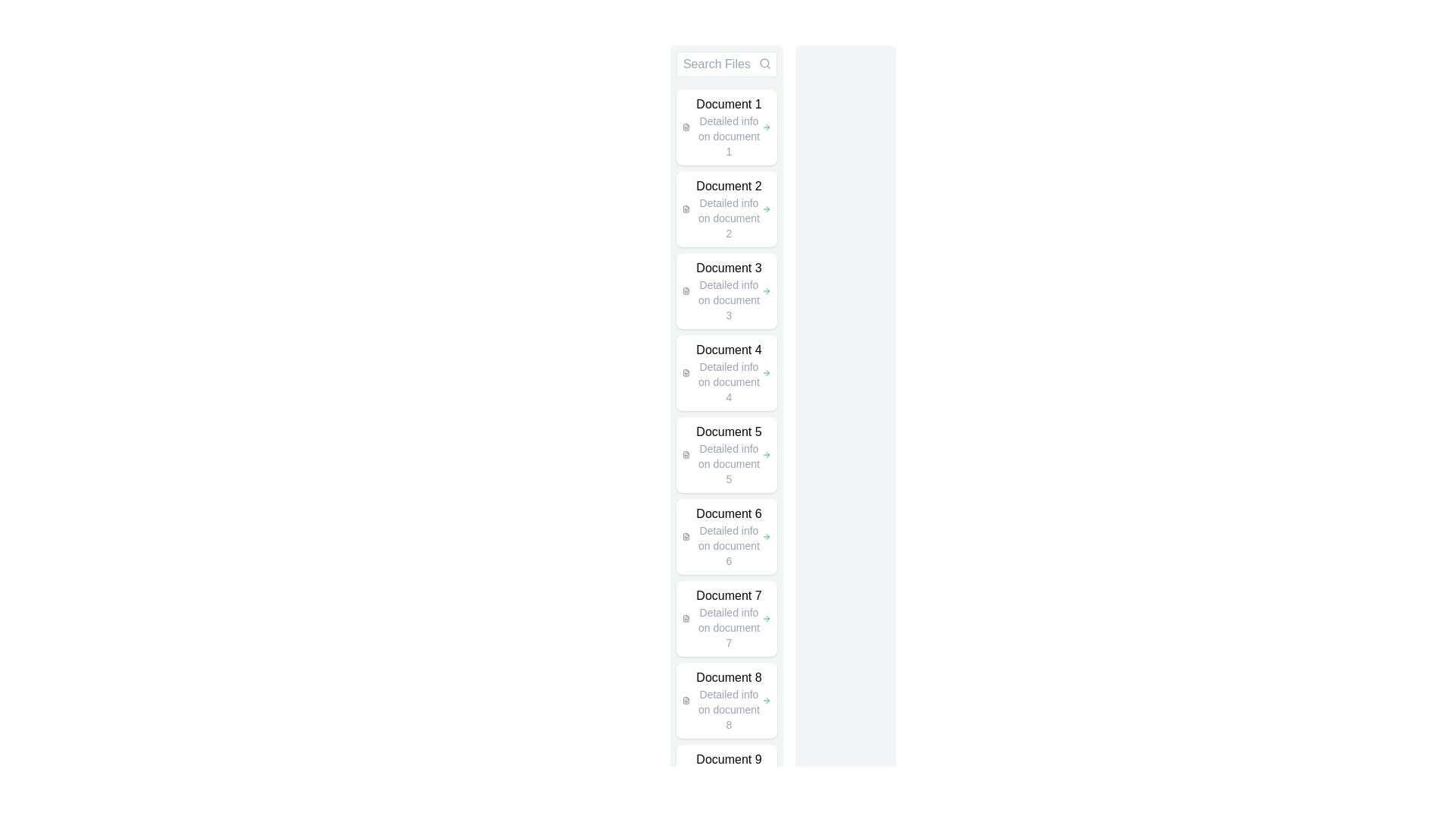 Image resolution: width=1456 pixels, height=819 pixels. What do you see at coordinates (729, 536) in the screenshot?
I see `the Text Label displaying 'Document 6' with detailed info on document 6, which is the sixth item in a vertical list of cards` at bounding box center [729, 536].